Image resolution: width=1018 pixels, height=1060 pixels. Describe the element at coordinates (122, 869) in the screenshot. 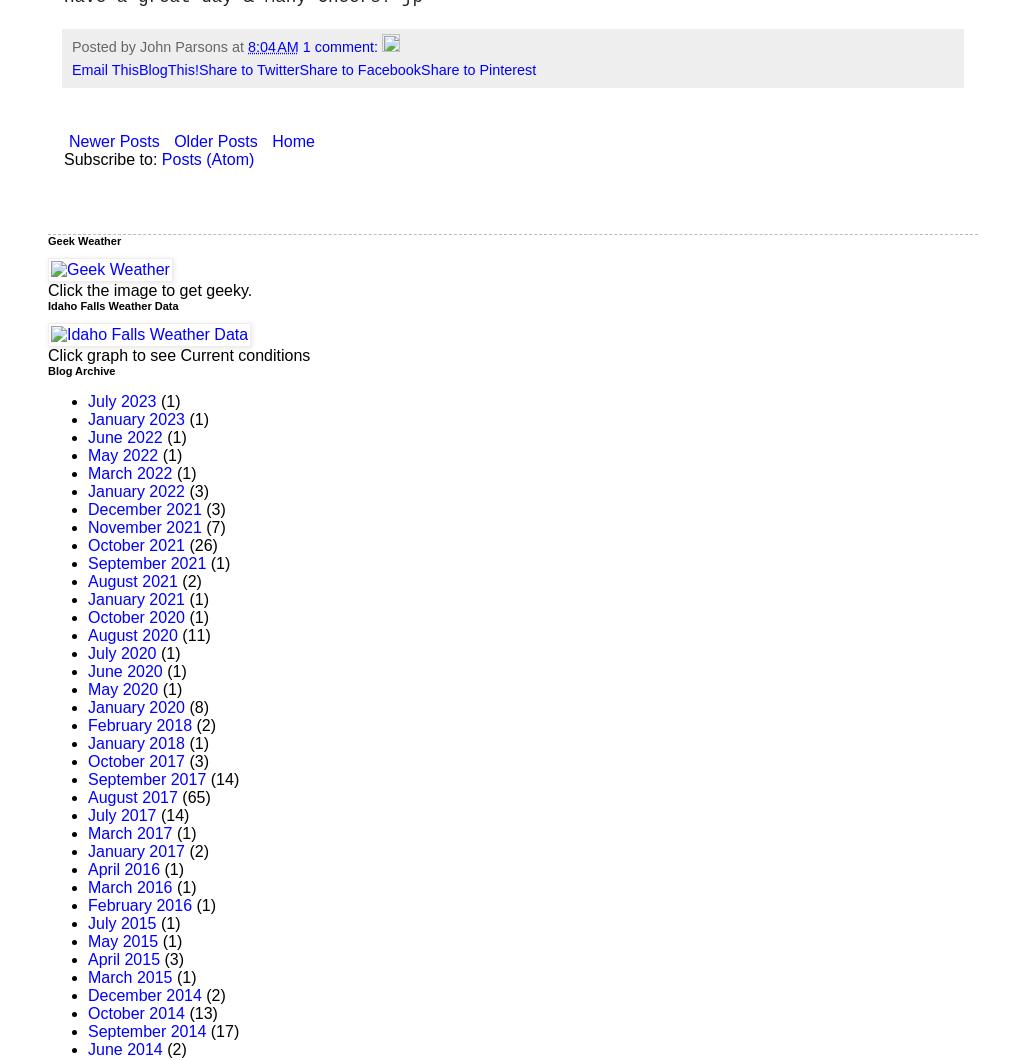

I see `'April 2016'` at that location.